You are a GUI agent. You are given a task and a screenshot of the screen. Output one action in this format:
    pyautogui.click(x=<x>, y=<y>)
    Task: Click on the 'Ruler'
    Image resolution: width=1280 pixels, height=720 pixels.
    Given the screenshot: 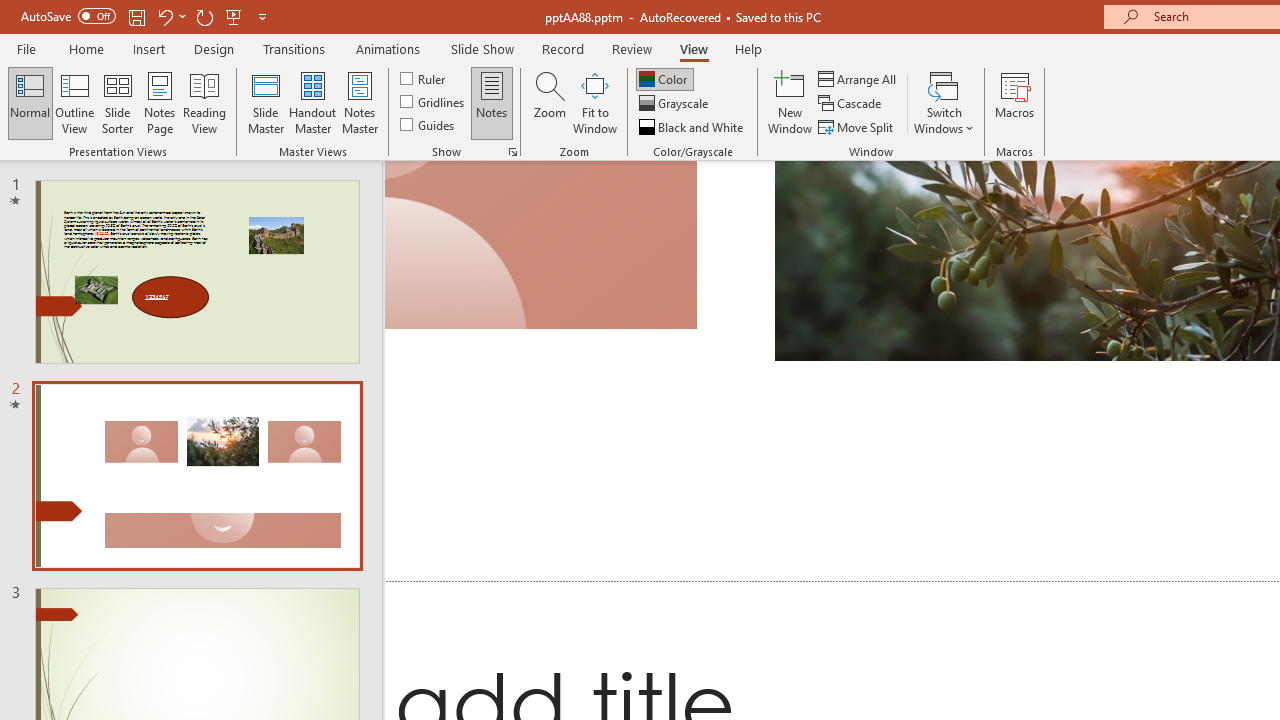 What is the action you would take?
    pyautogui.click(x=423, y=77)
    